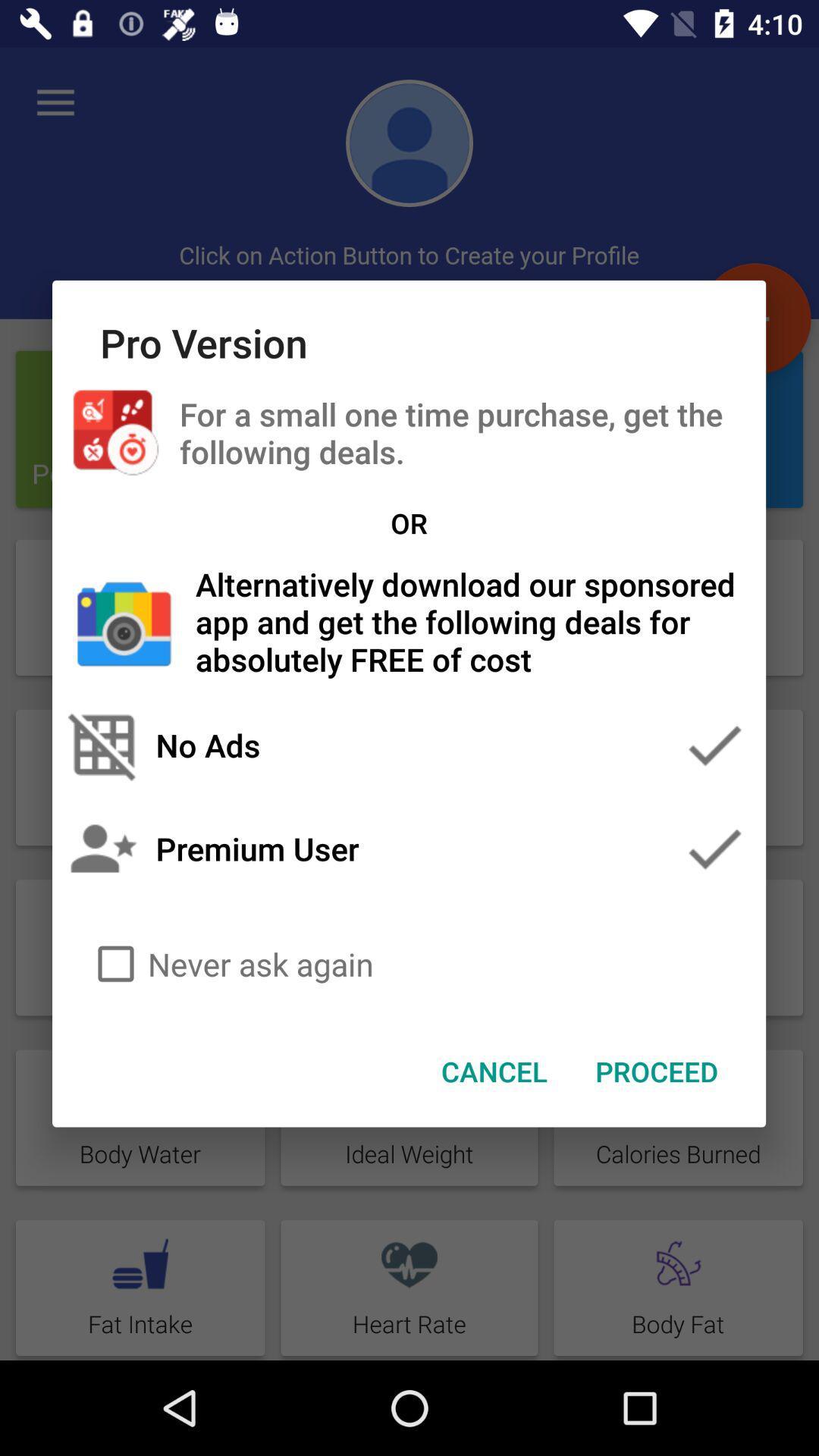  I want to click on item below never ask again item, so click(656, 1070).